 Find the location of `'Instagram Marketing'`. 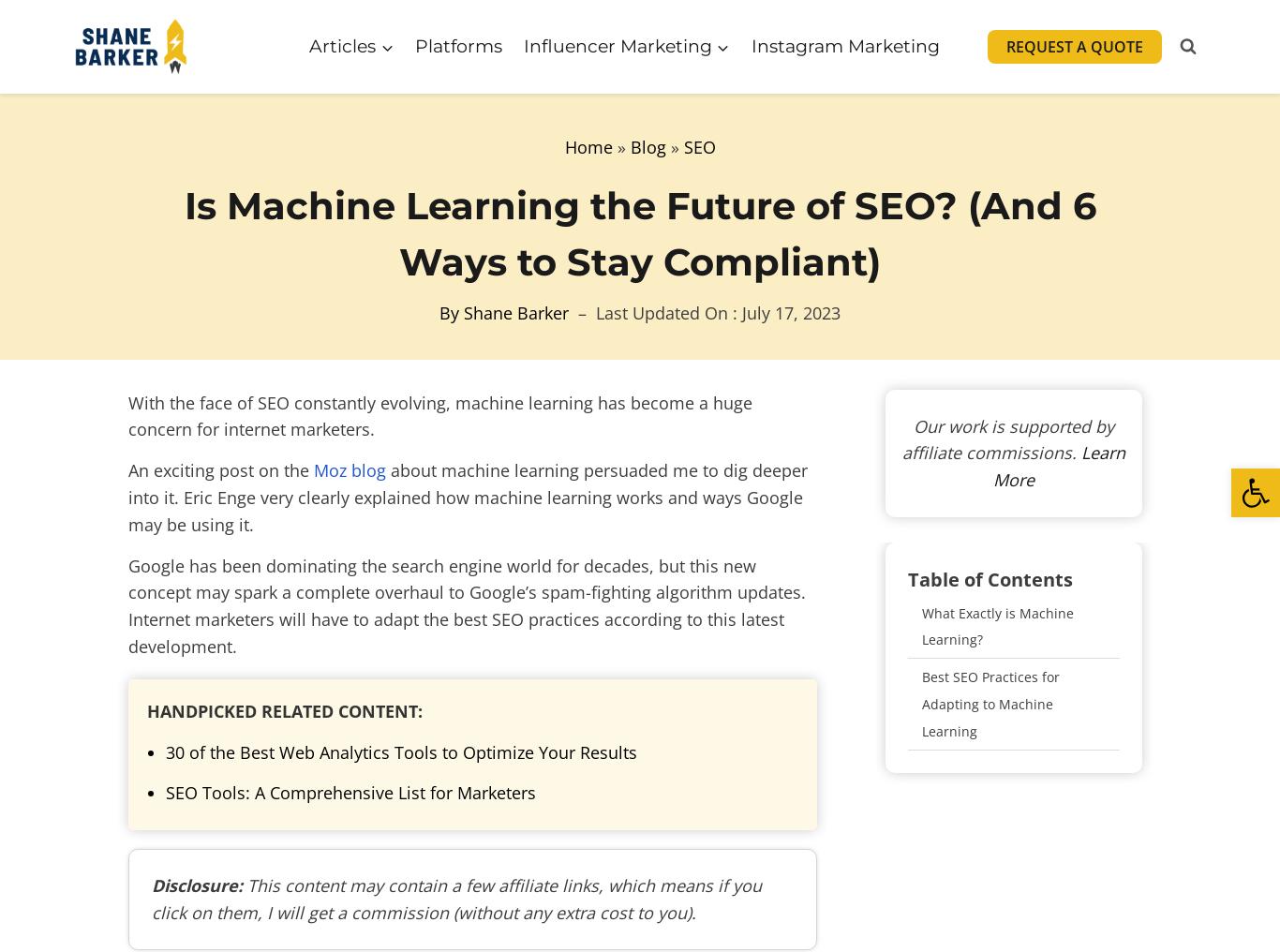

'Instagram Marketing' is located at coordinates (843, 44).